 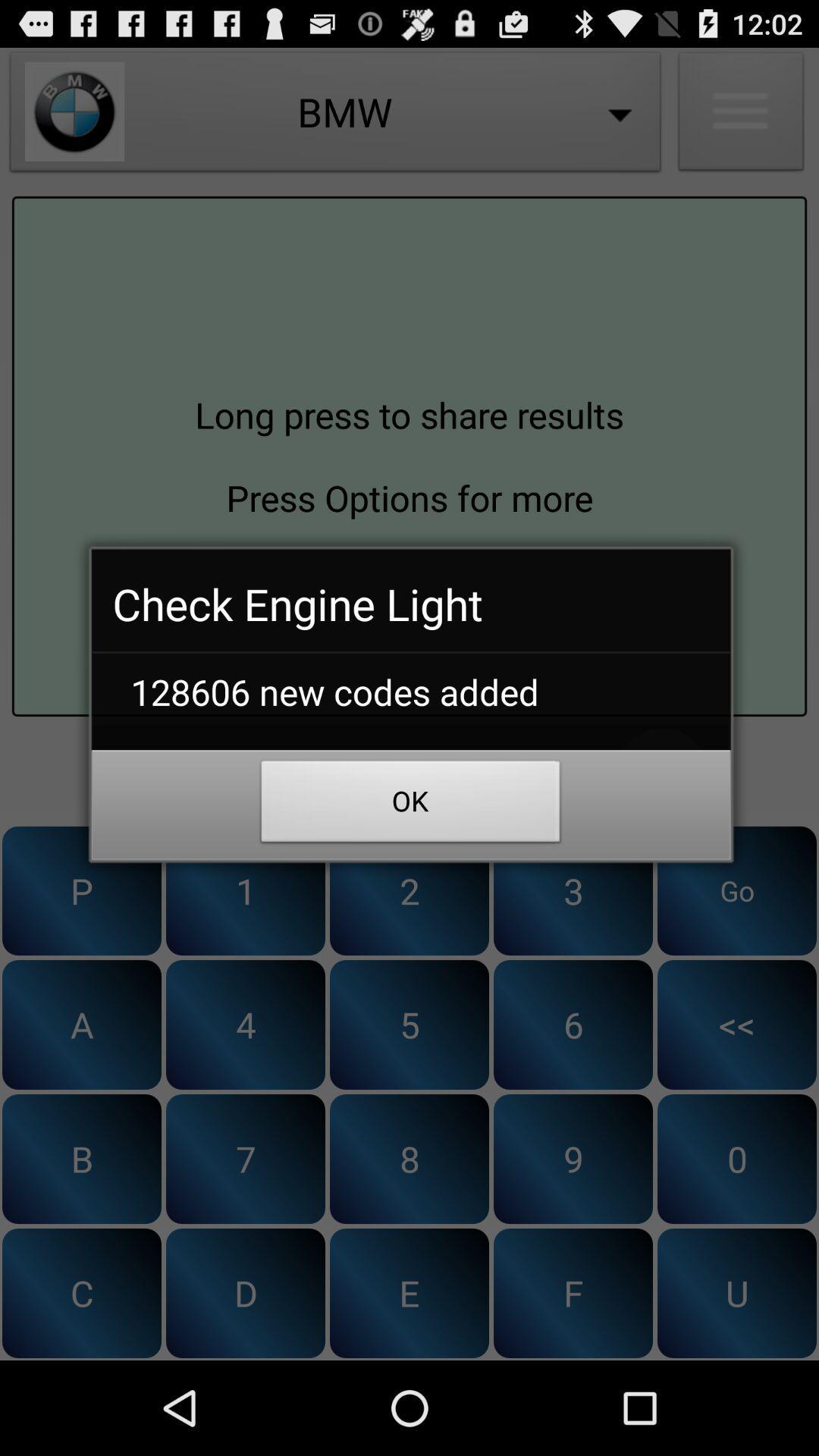 I want to click on click button, so click(x=409, y=774).